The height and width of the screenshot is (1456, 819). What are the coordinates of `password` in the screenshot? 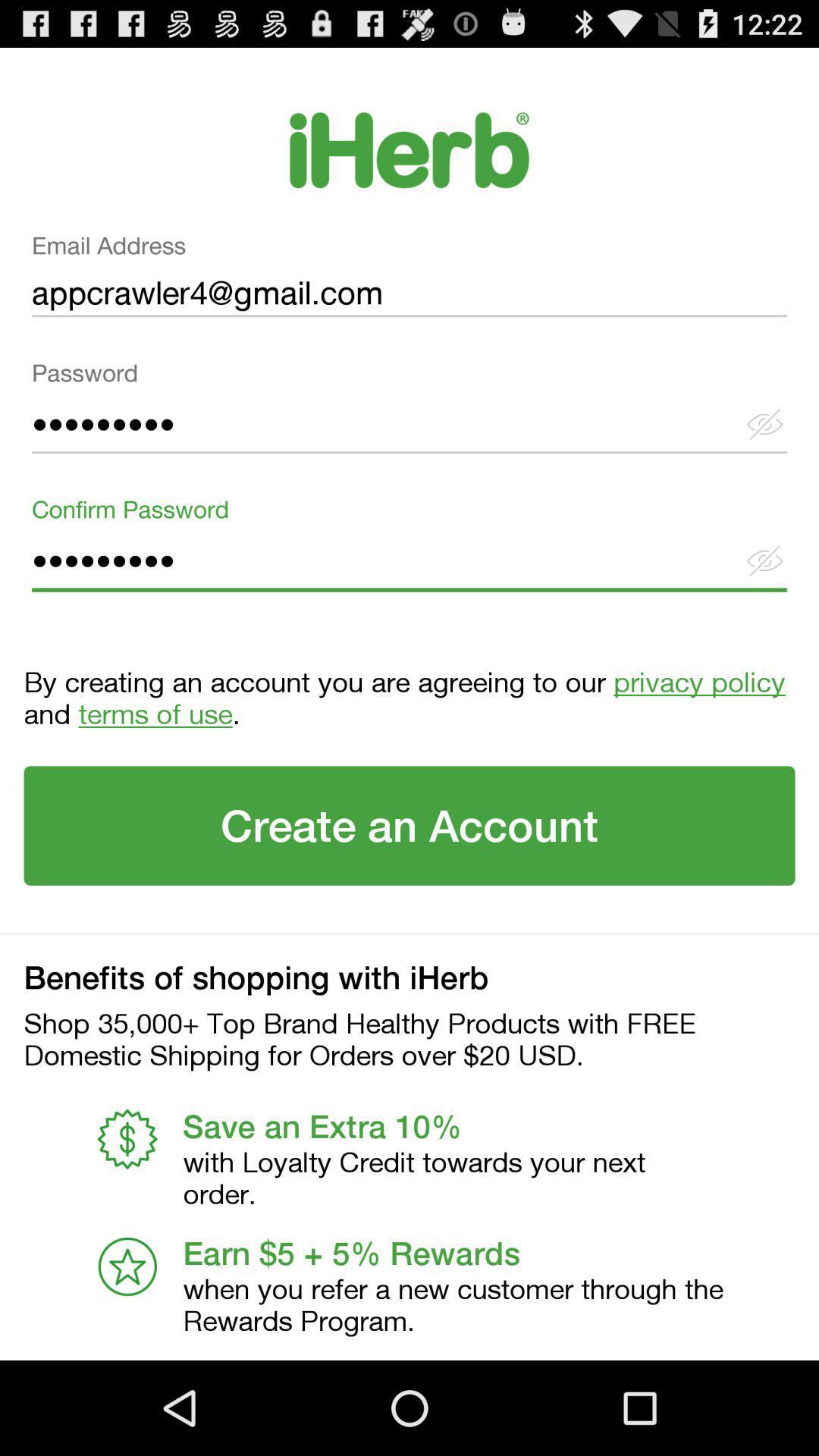 It's located at (409, 413).